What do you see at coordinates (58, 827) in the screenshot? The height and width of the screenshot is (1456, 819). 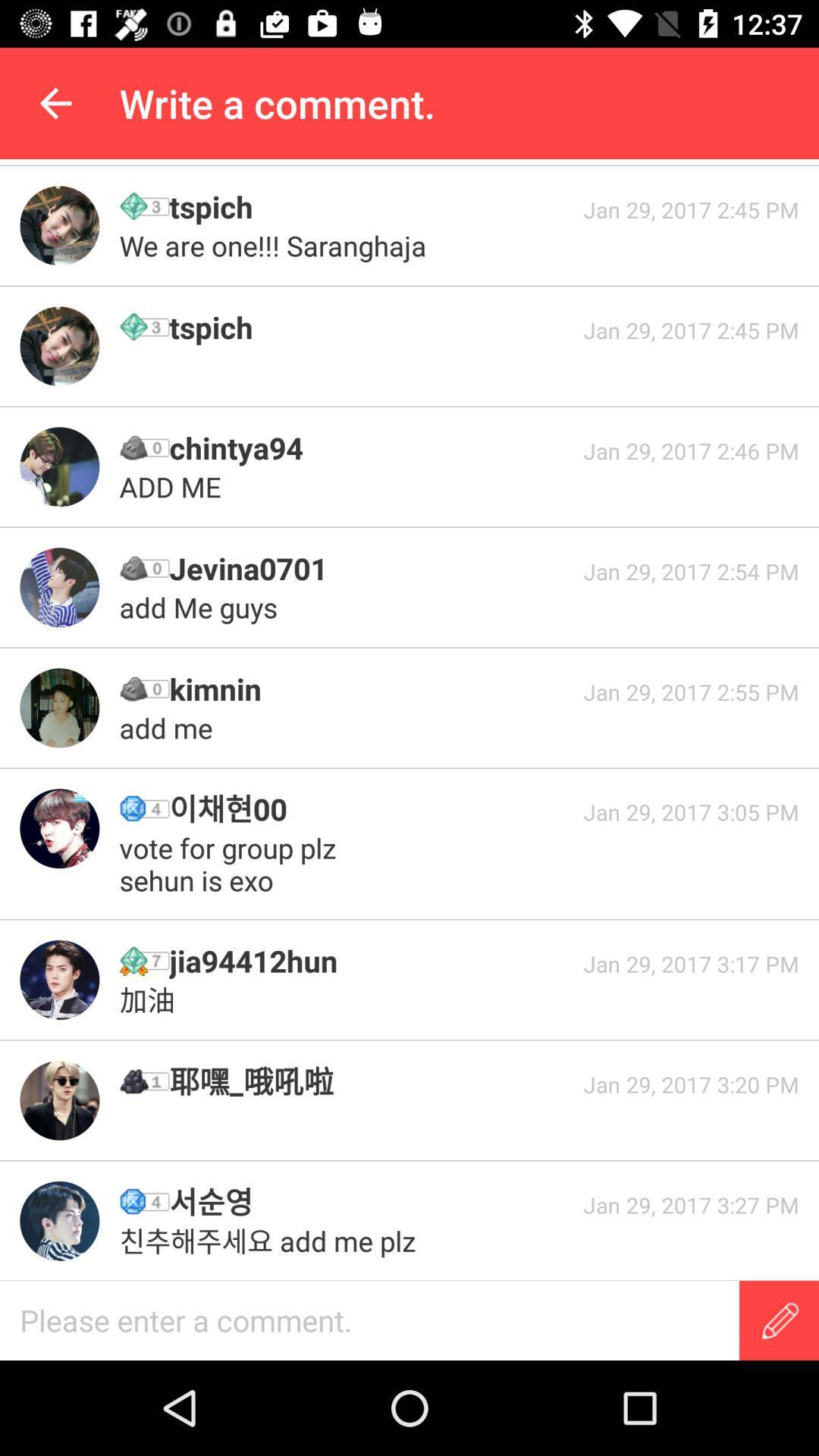 I see `profile image of someone` at bounding box center [58, 827].